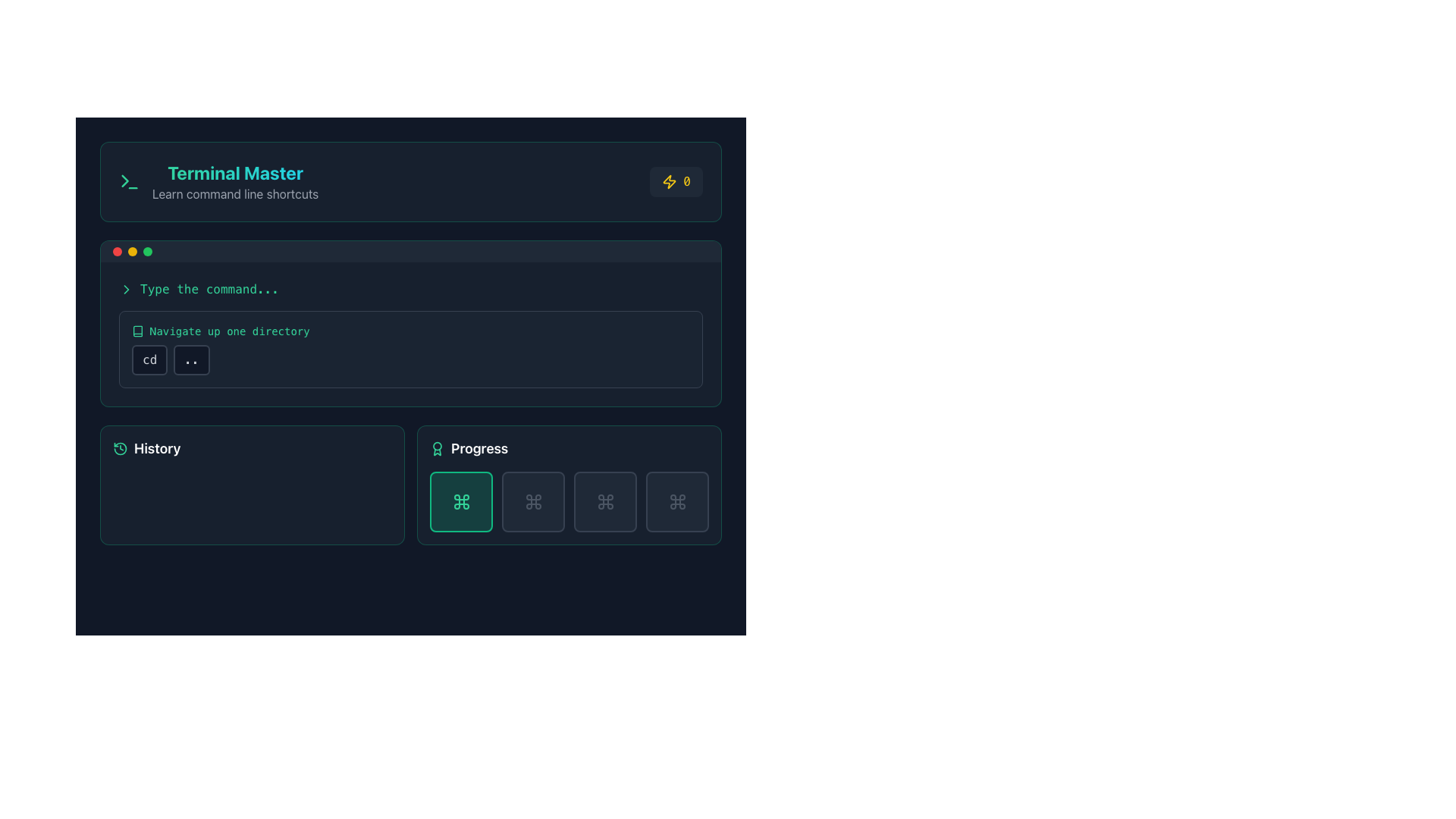 This screenshot has width=1456, height=819. I want to click on the chevron right icon located in the top-right corner of its containing box, so click(127, 289).